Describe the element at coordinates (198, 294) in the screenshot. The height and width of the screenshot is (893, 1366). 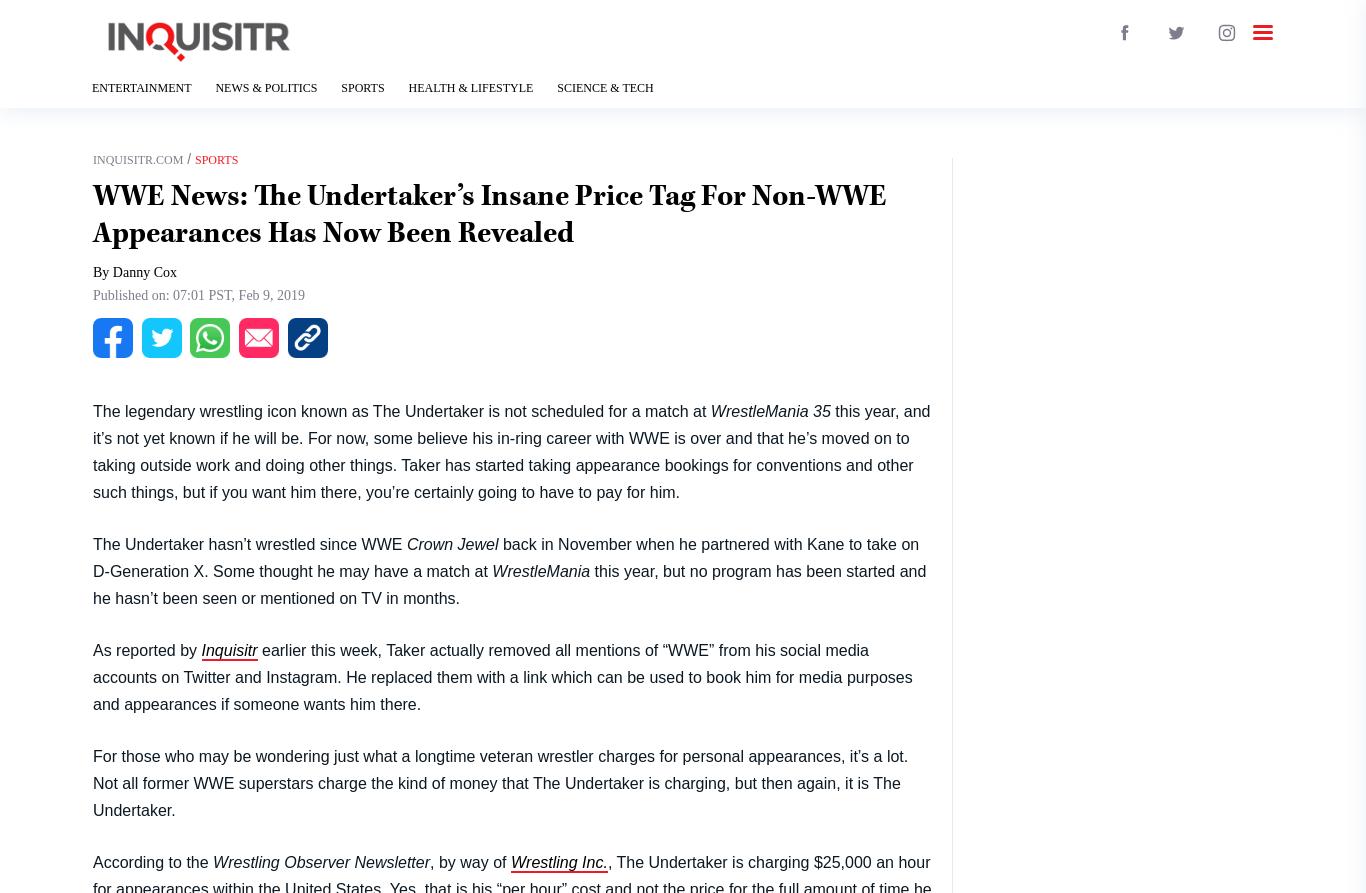
I see `'Published on: 07:01 PST, Feb 9, 2019'` at that location.